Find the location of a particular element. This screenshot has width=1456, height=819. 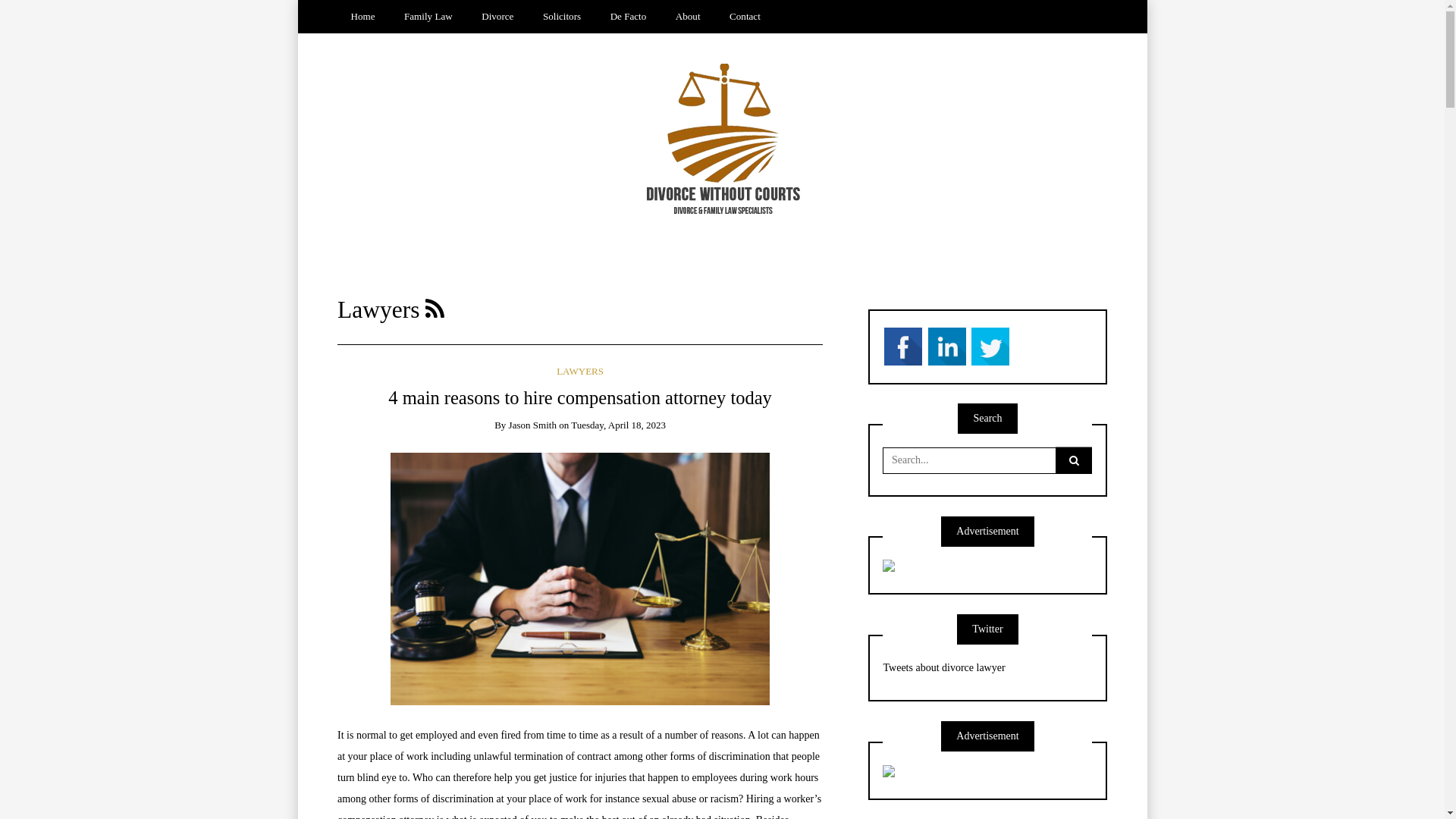

'LAWYERS' is located at coordinates (579, 371).